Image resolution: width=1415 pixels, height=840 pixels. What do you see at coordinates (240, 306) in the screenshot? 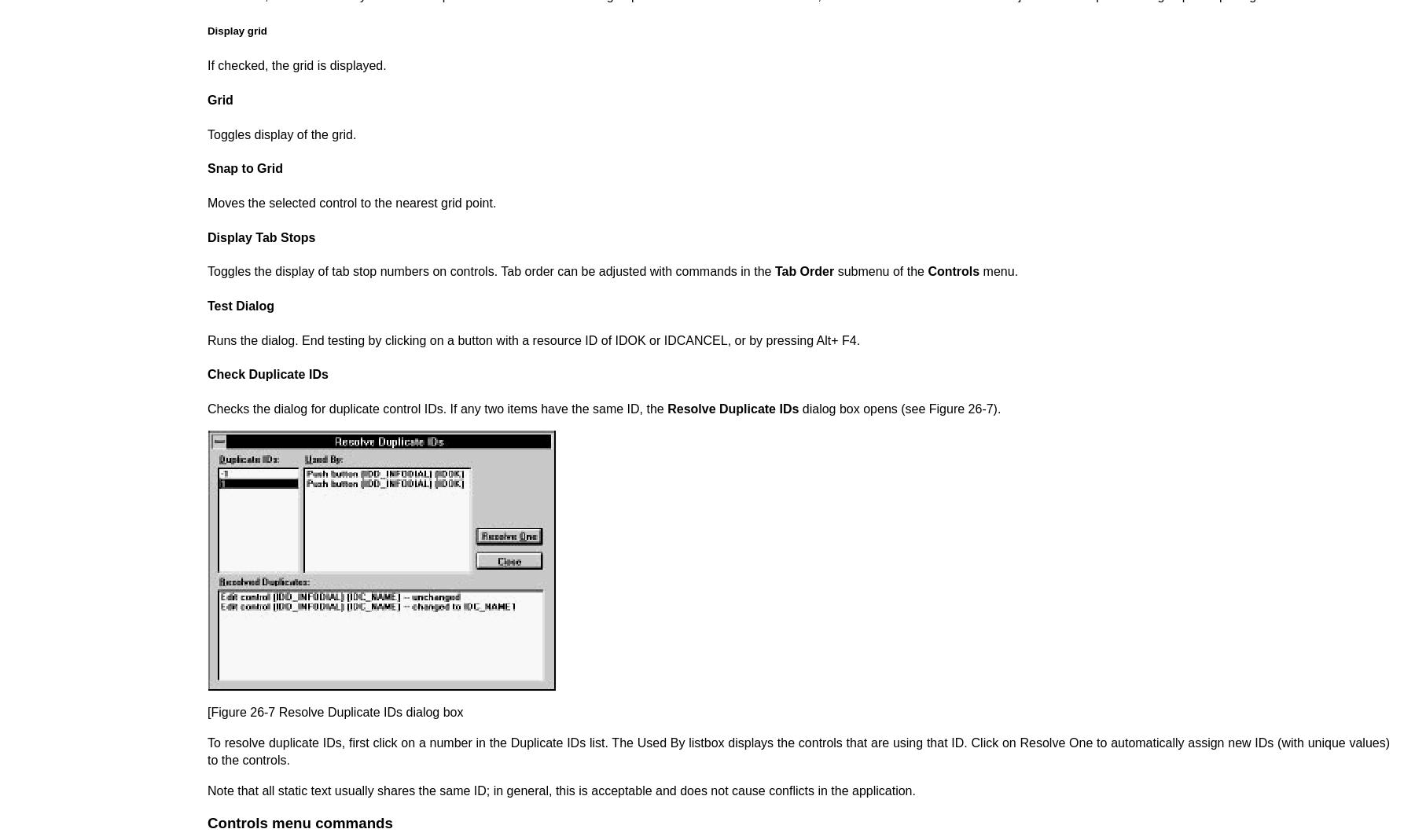
I see `'Test Dialog'` at bounding box center [240, 306].